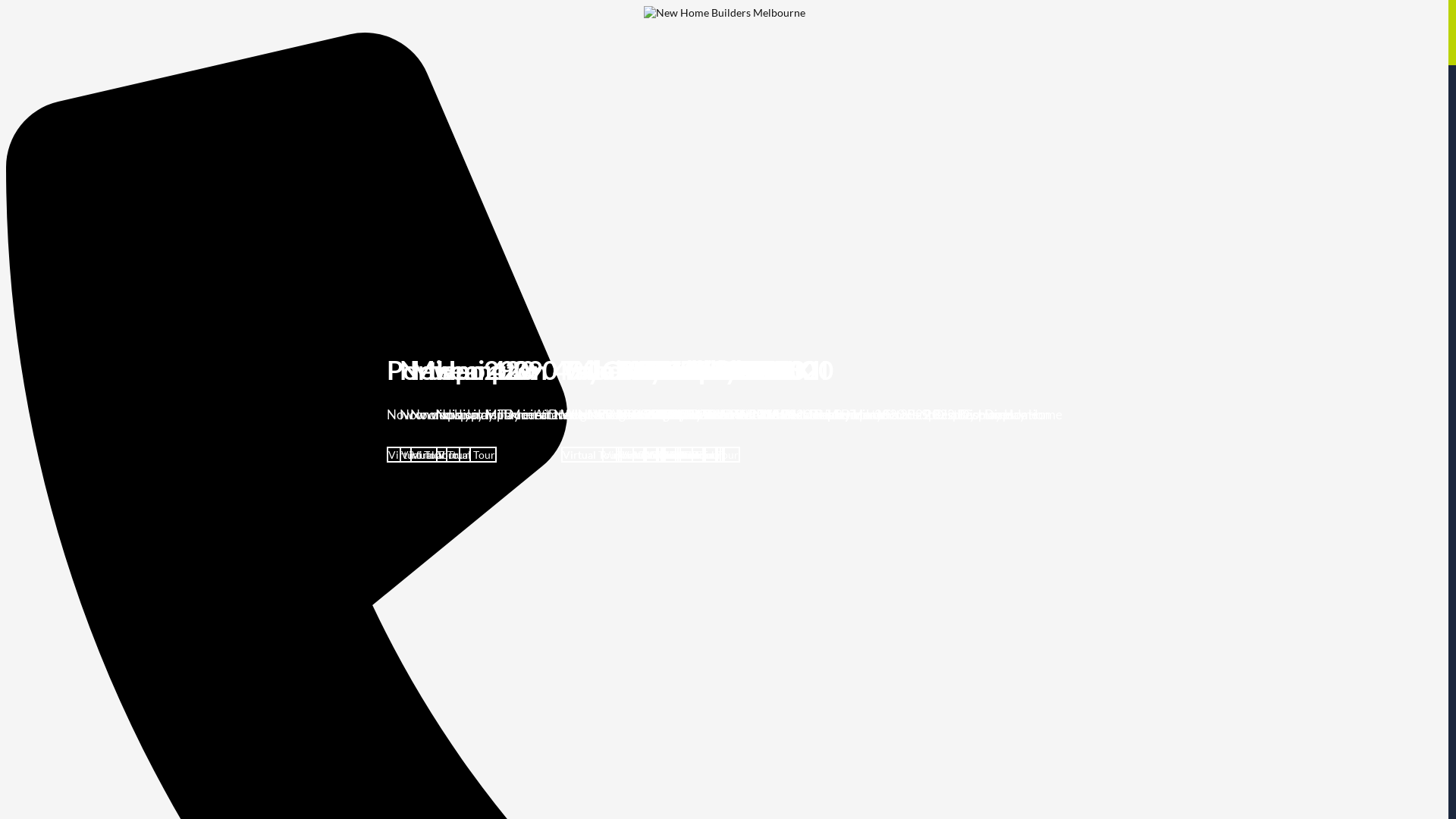 This screenshot has width=1456, height=819. Describe the element at coordinates (560, 453) in the screenshot. I see `'Virtual Tour'` at that location.